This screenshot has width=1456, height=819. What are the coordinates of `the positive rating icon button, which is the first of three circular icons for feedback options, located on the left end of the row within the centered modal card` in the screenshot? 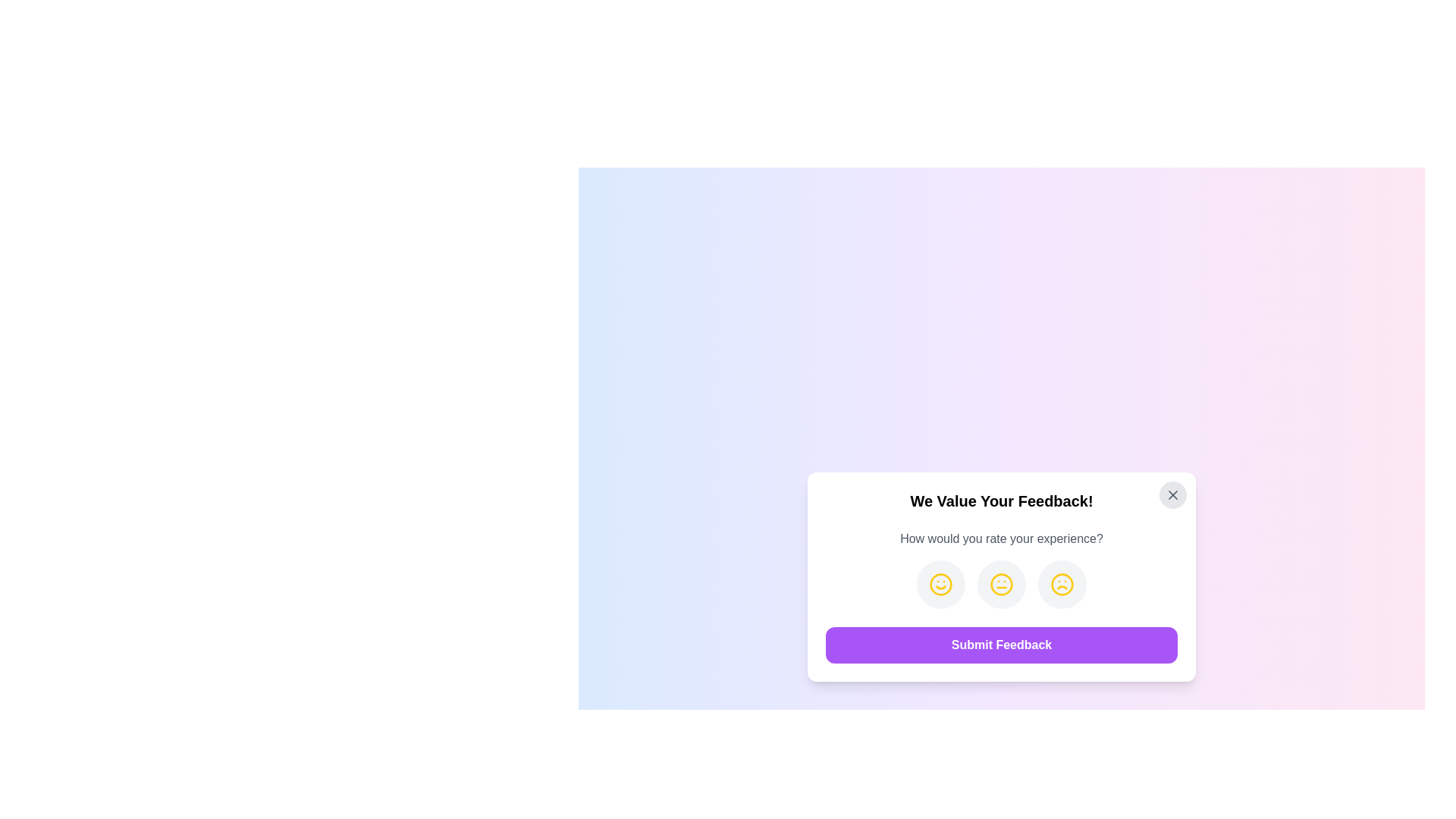 It's located at (940, 584).